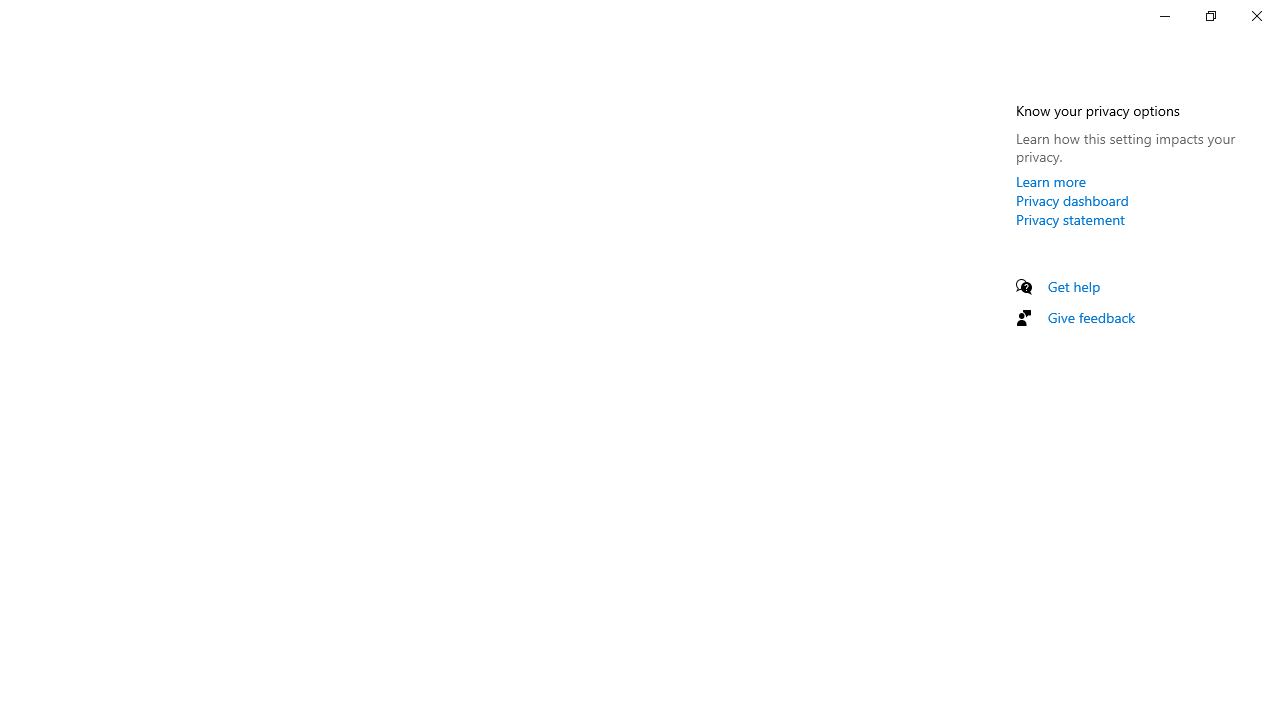  I want to click on 'Minimize Settings', so click(1164, 15).